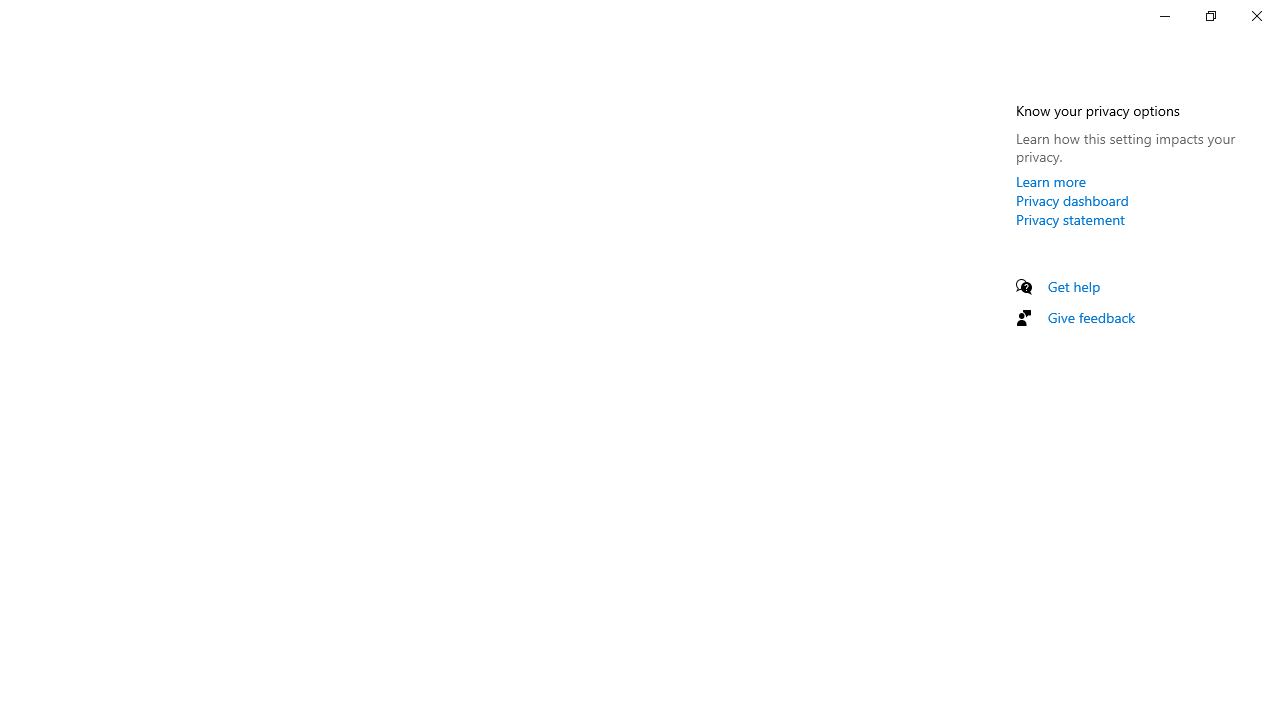  I want to click on 'Minimize Settings', so click(1164, 15).